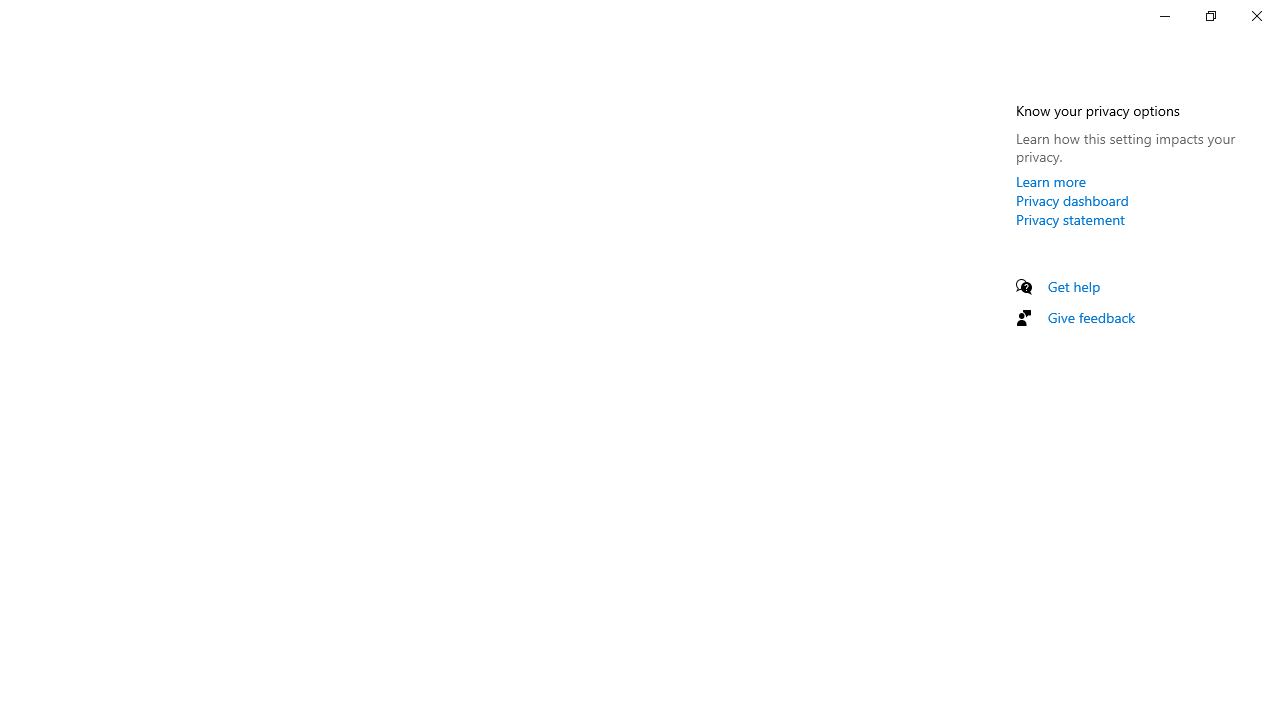  I want to click on 'Minimize Settings', so click(1164, 15).